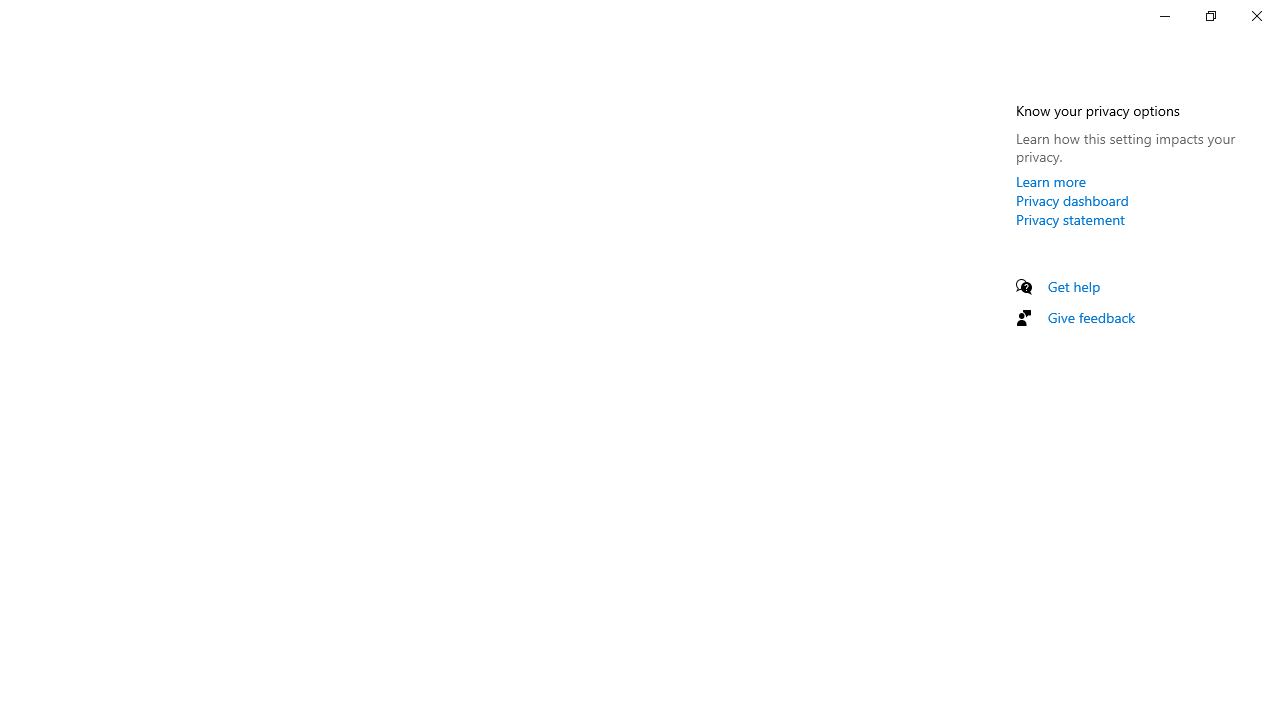  I want to click on 'Minimize Settings', so click(1164, 15).